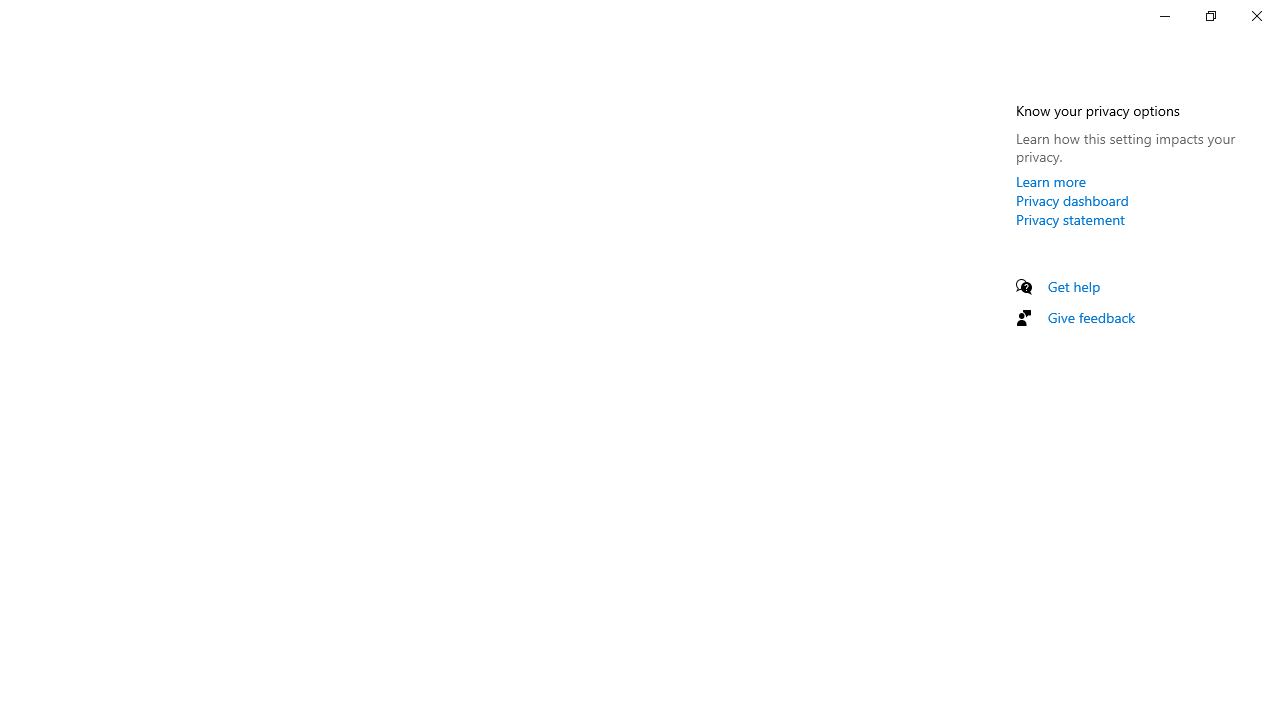  I want to click on 'Minimize Settings', so click(1164, 15).